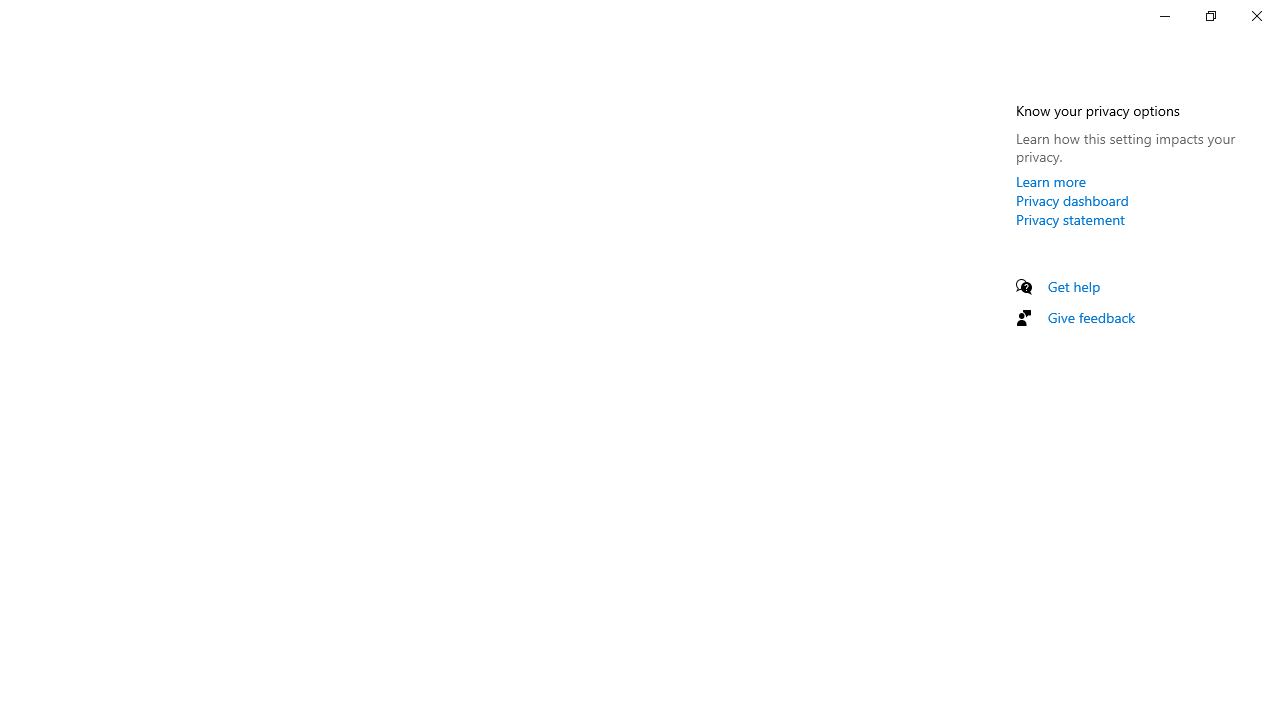  I want to click on 'Minimize Settings', so click(1164, 15).